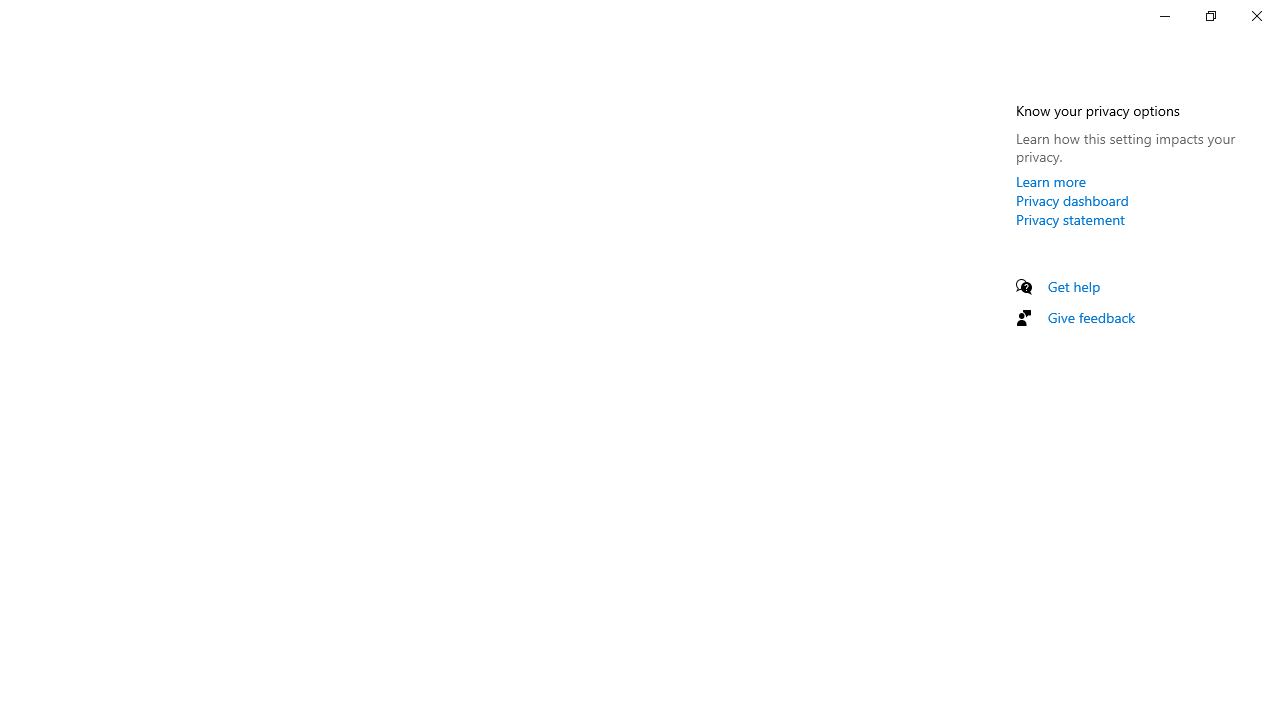  I want to click on 'Minimize Settings', so click(1164, 15).